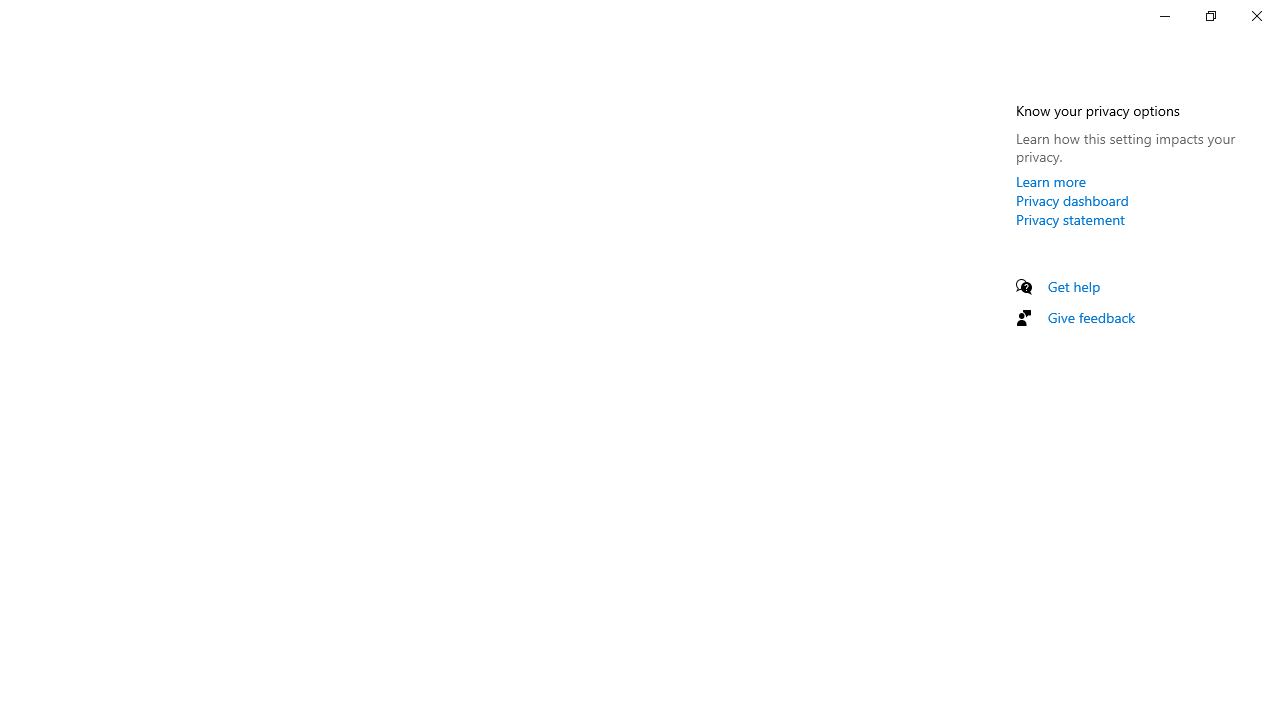  I want to click on 'Minimize Settings', so click(1164, 15).